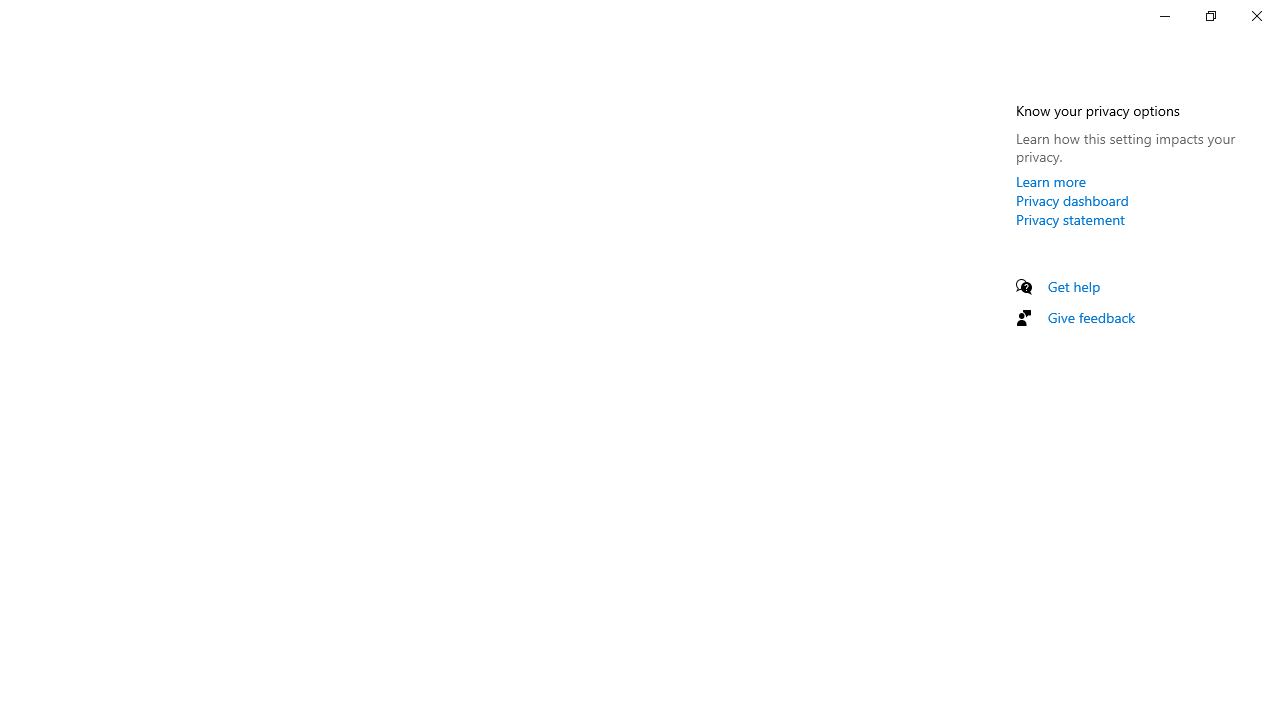  I want to click on 'Minimize Settings', so click(1164, 15).